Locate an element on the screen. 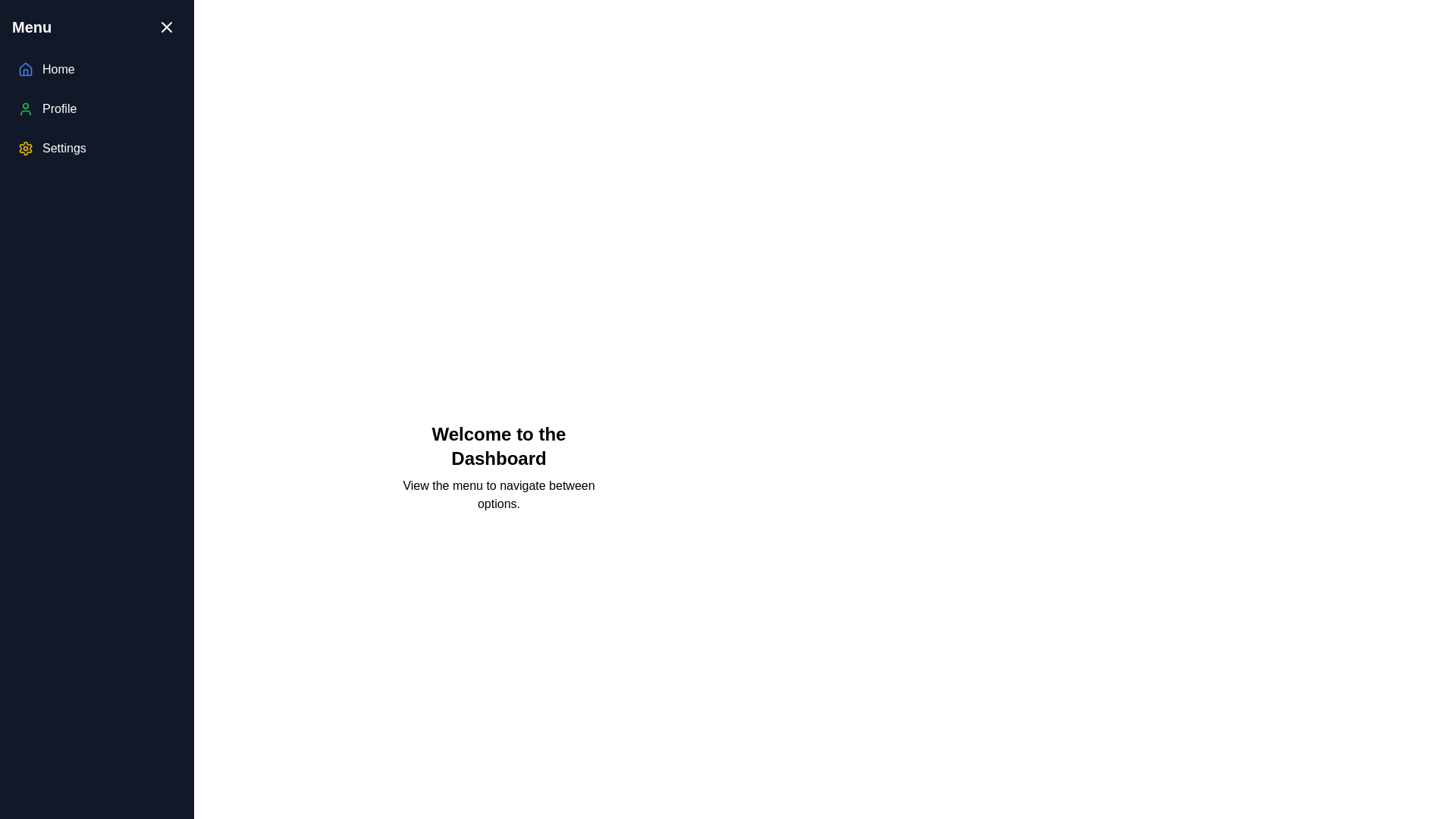  the 'Profile' menu item in the vertical navigation panel is located at coordinates (96, 108).